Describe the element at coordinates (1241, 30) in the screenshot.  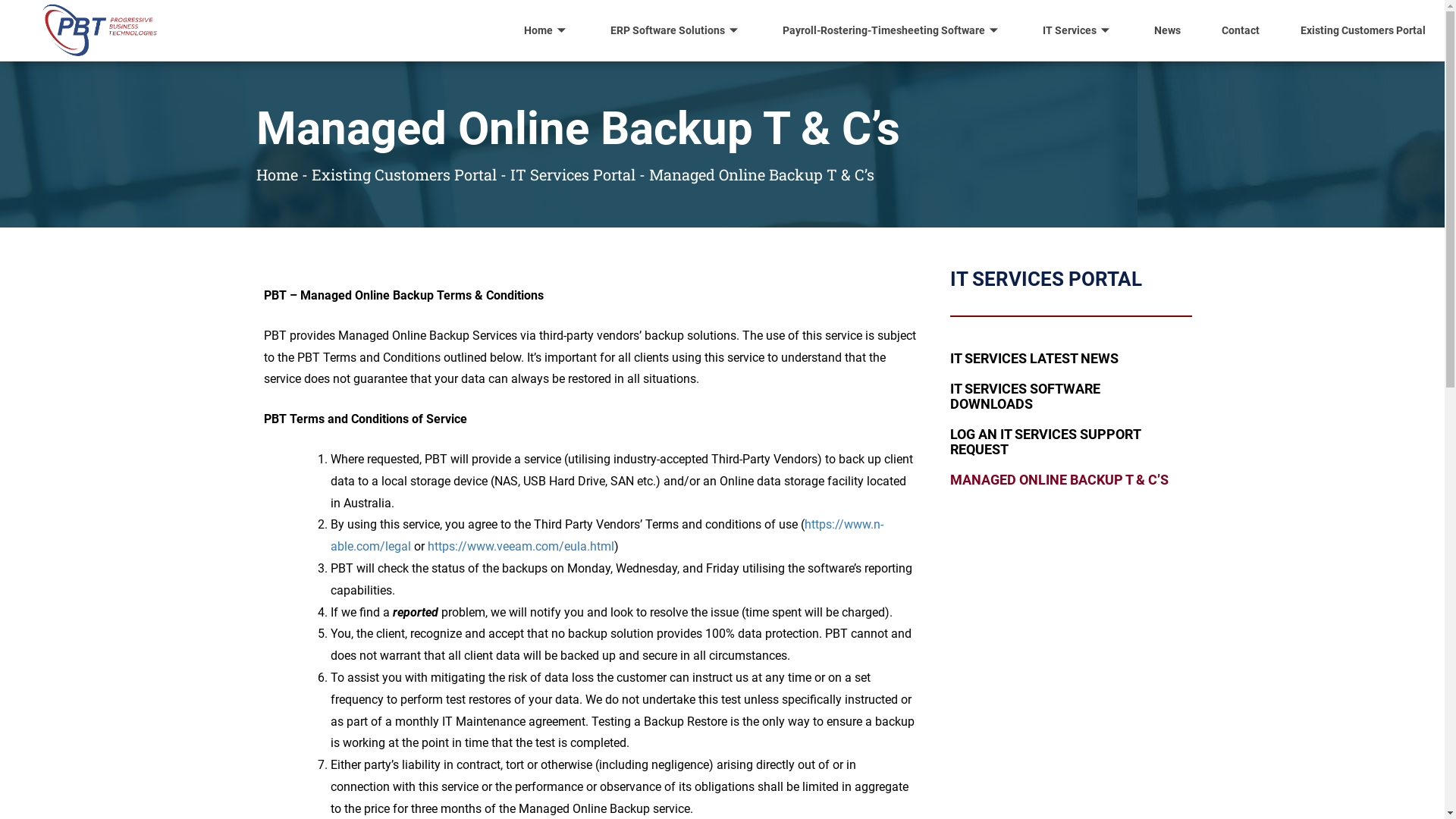
I see `'Contact'` at that location.